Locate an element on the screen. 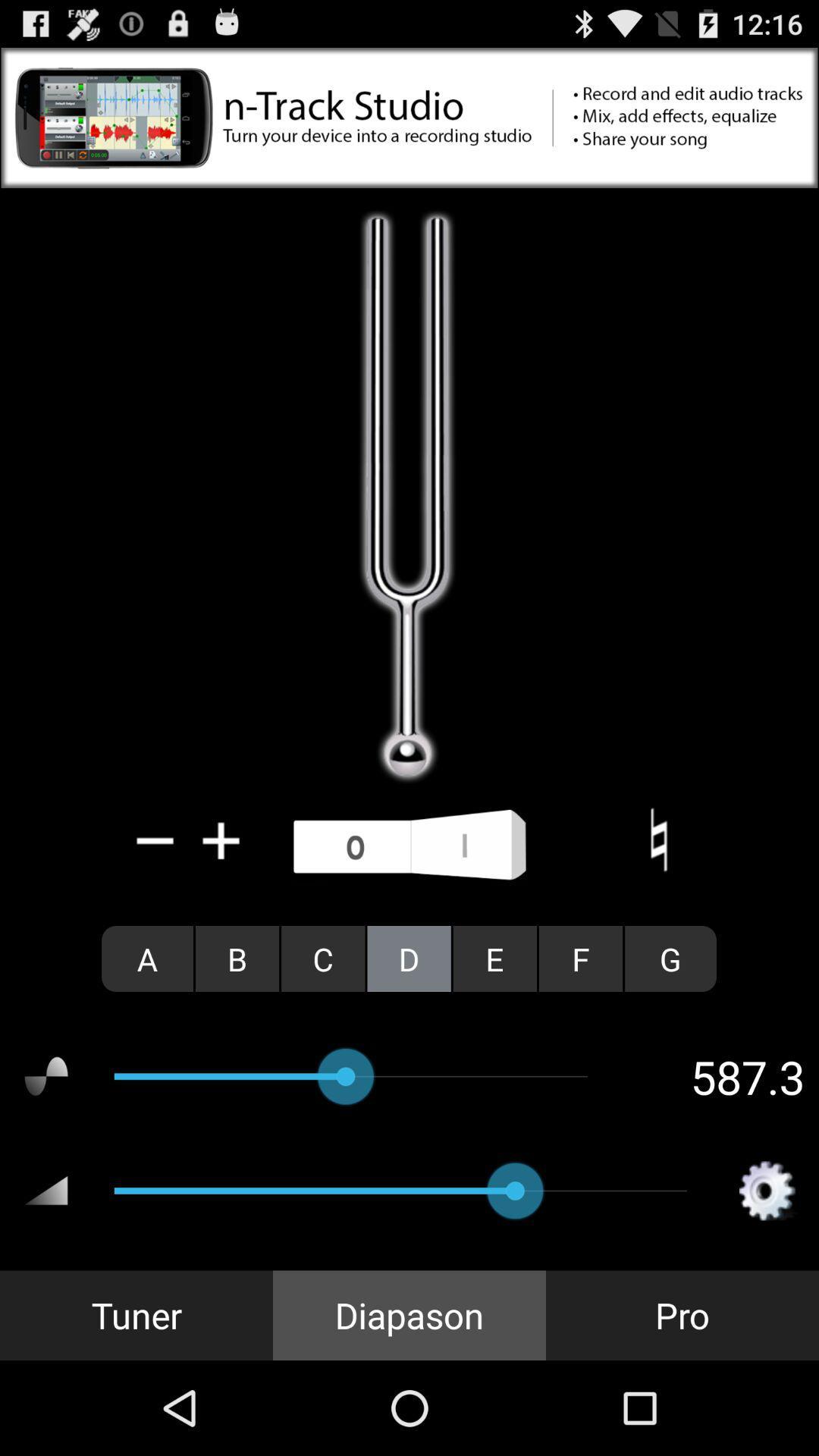 The image size is (819, 1456). radio button to the right of the a item is located at coordinates (237, 958).